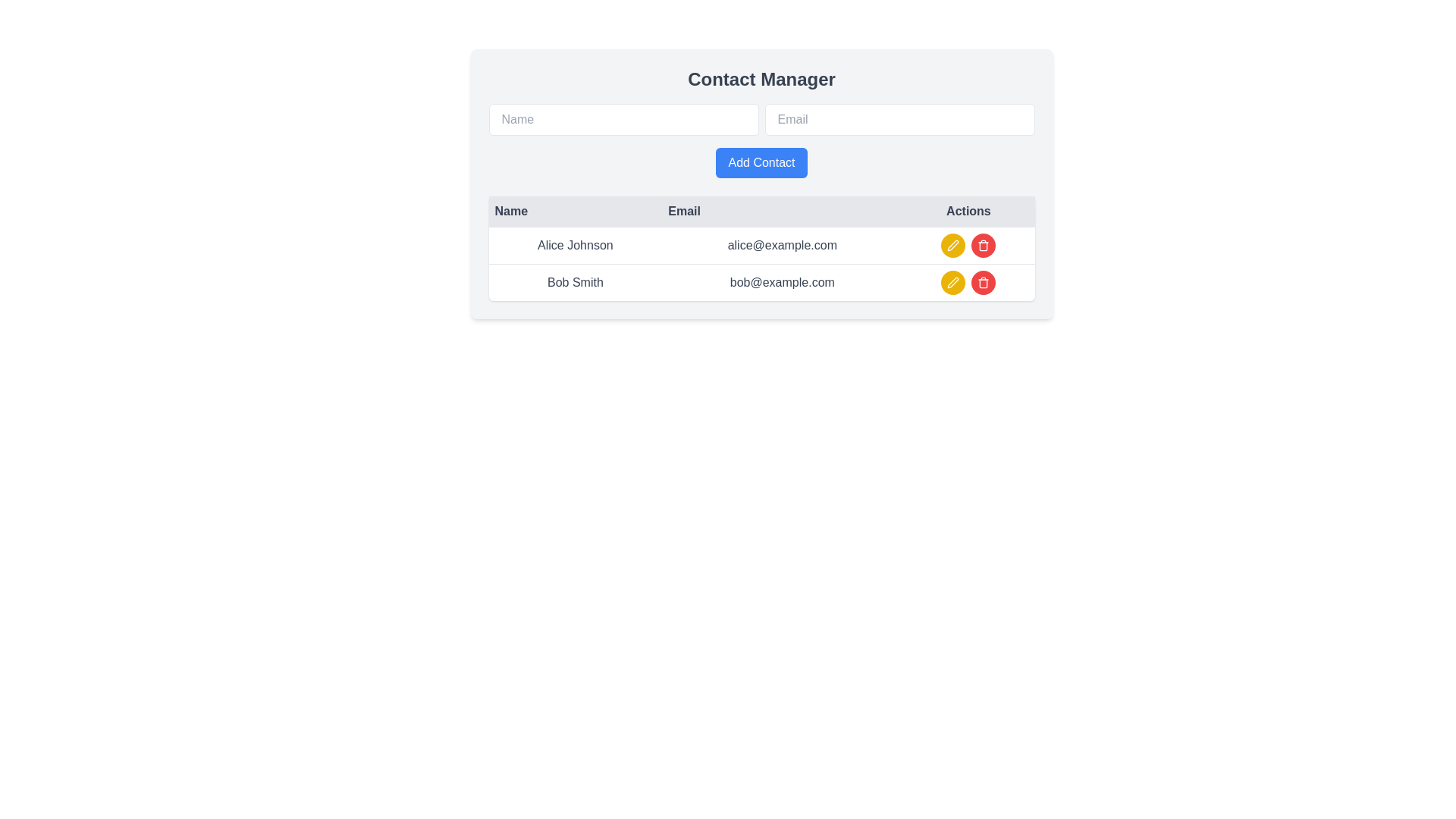  I want to click on the delete button located in the 'Actions' column of the contact management table, so click(984, 245).